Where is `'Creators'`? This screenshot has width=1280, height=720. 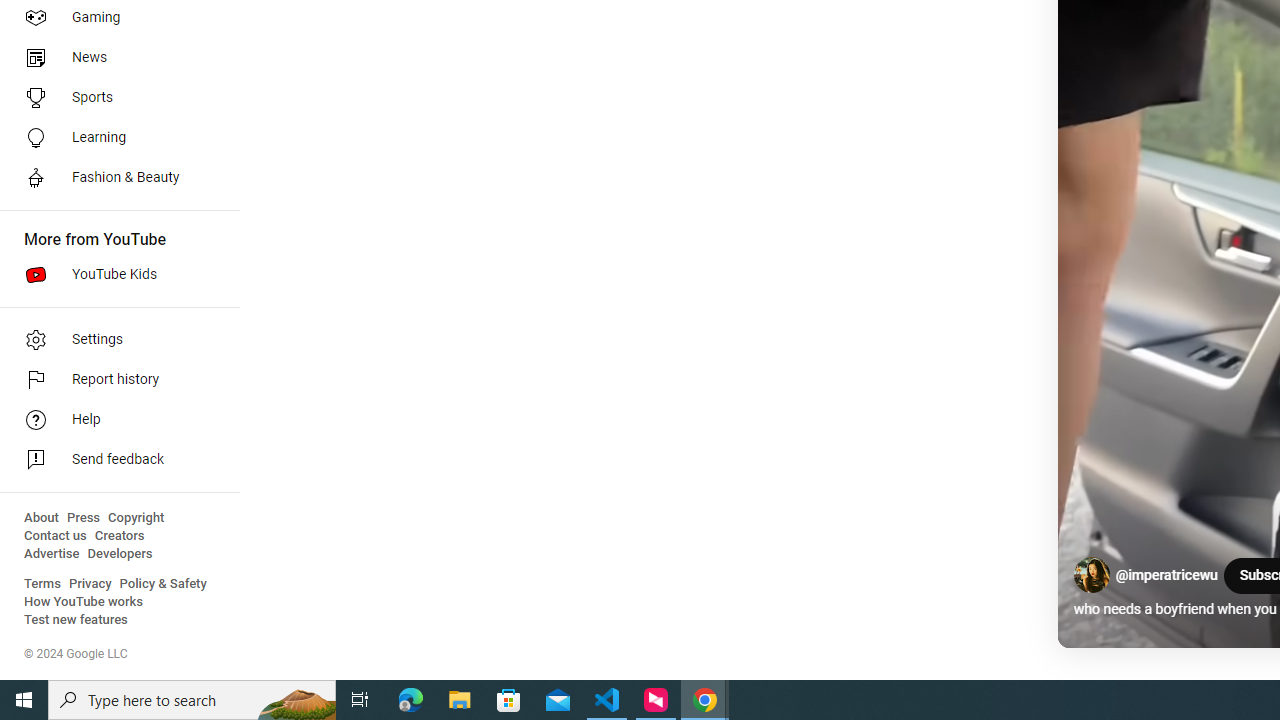 'Creators' is located at coordinates (118, 535).